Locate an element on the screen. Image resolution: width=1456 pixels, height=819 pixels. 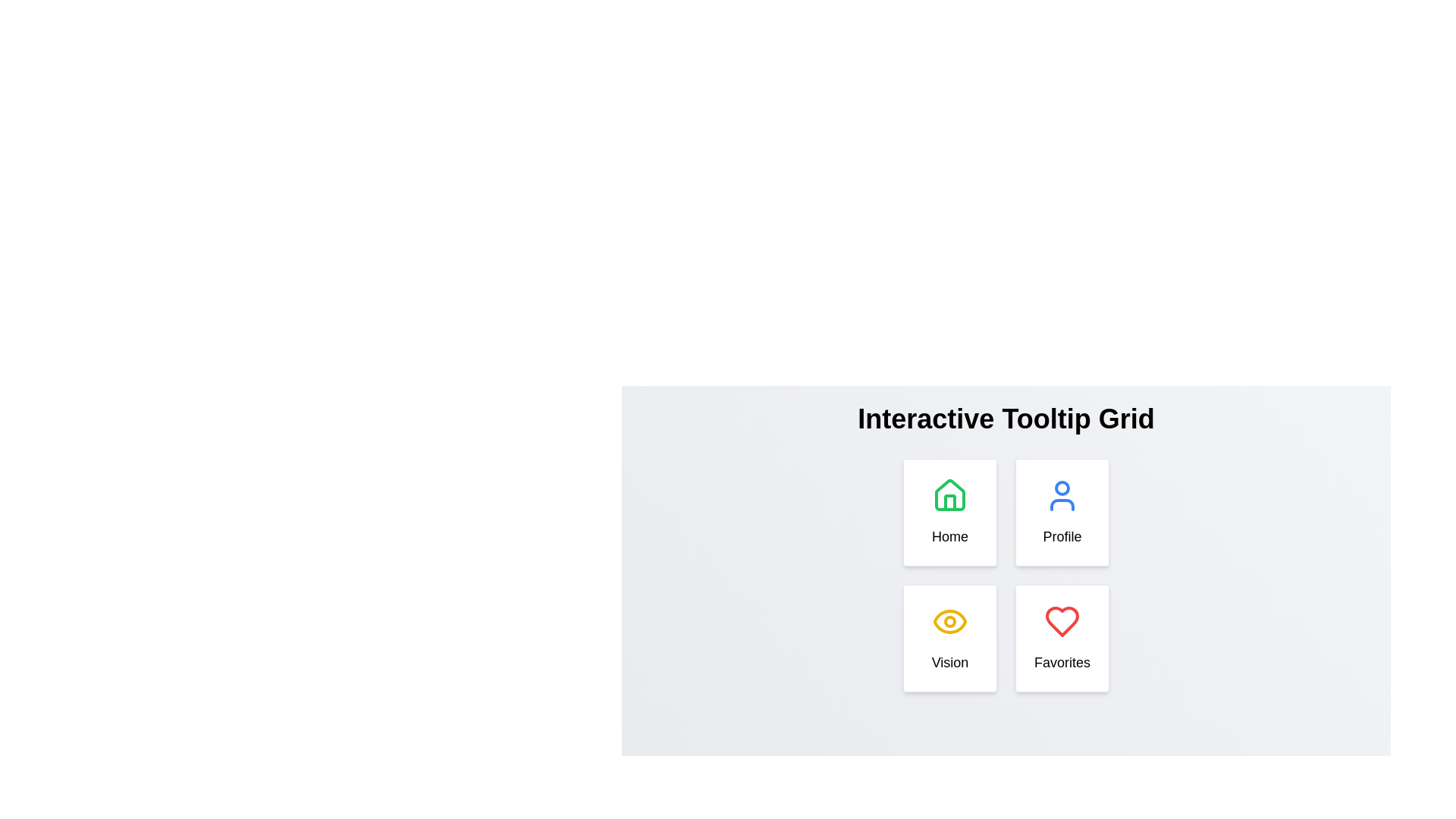
the 'Favorites' text label that provides information about the associated functionality in the application interface, located in the bottom-right section of the grid layout is located at coordinates (1062, 662).